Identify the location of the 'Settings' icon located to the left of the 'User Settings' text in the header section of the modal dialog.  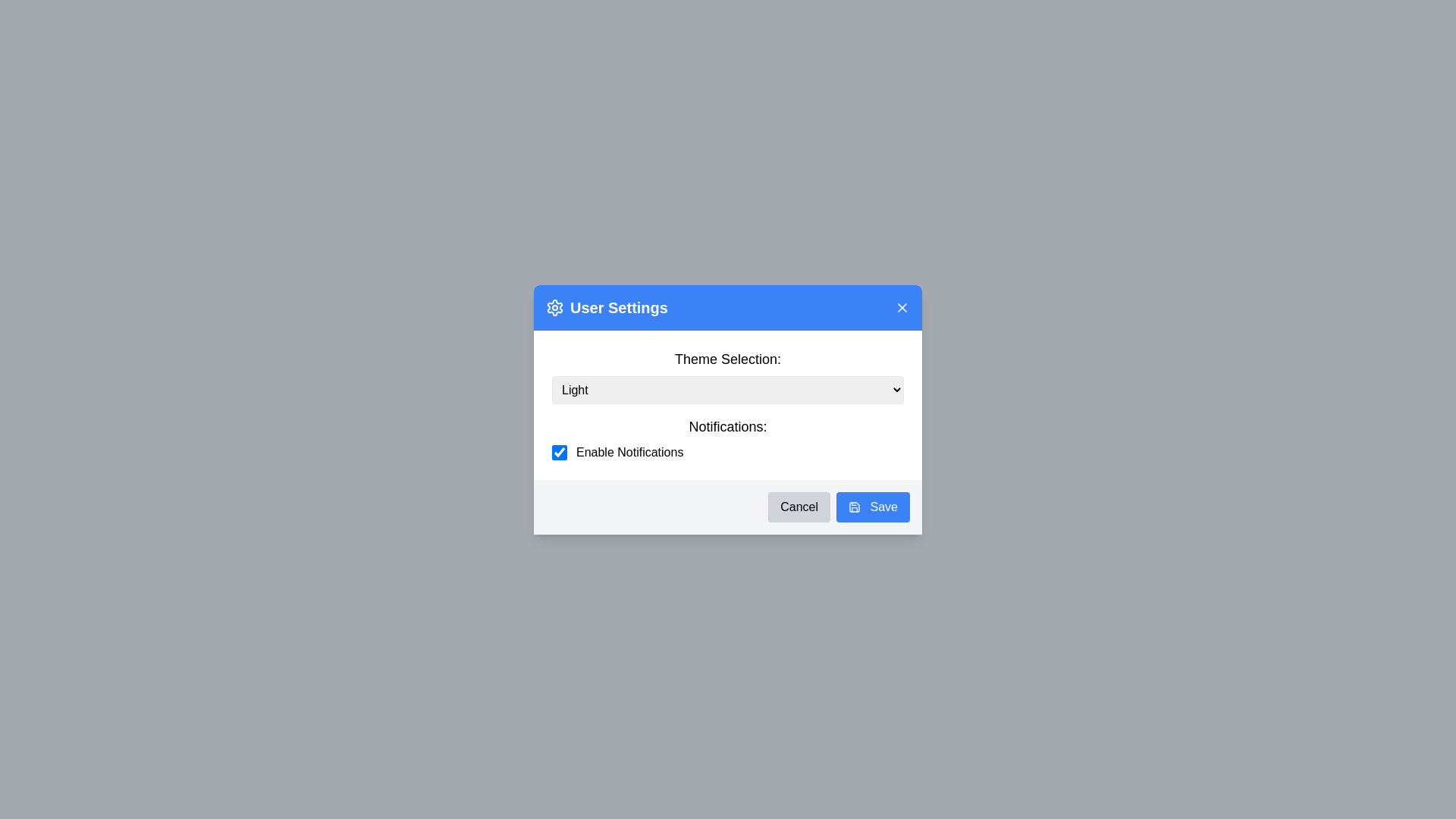
(554, 307).